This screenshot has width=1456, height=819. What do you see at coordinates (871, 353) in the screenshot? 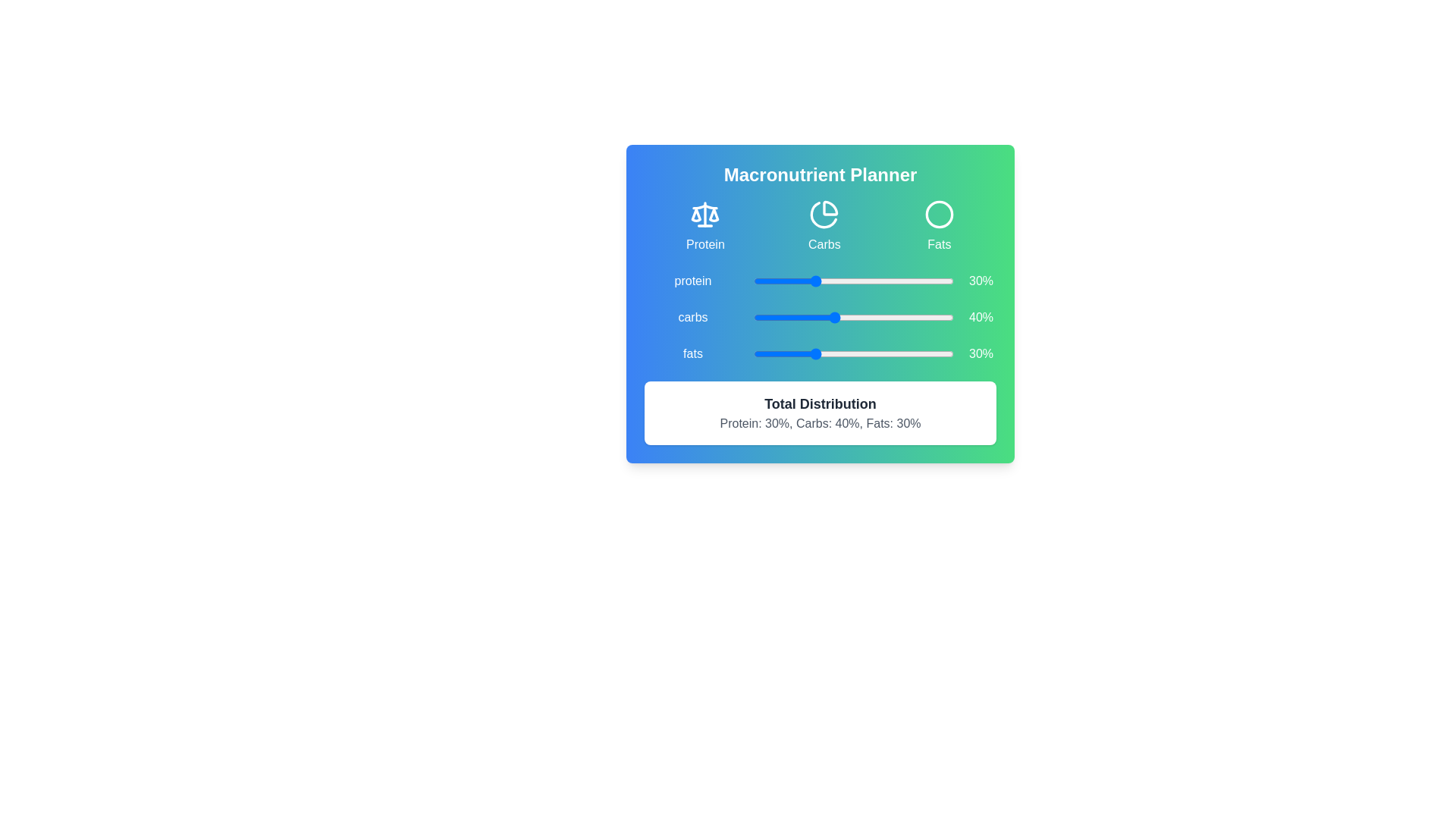
I see `the fats percentage` at bounding box center [871, 353].